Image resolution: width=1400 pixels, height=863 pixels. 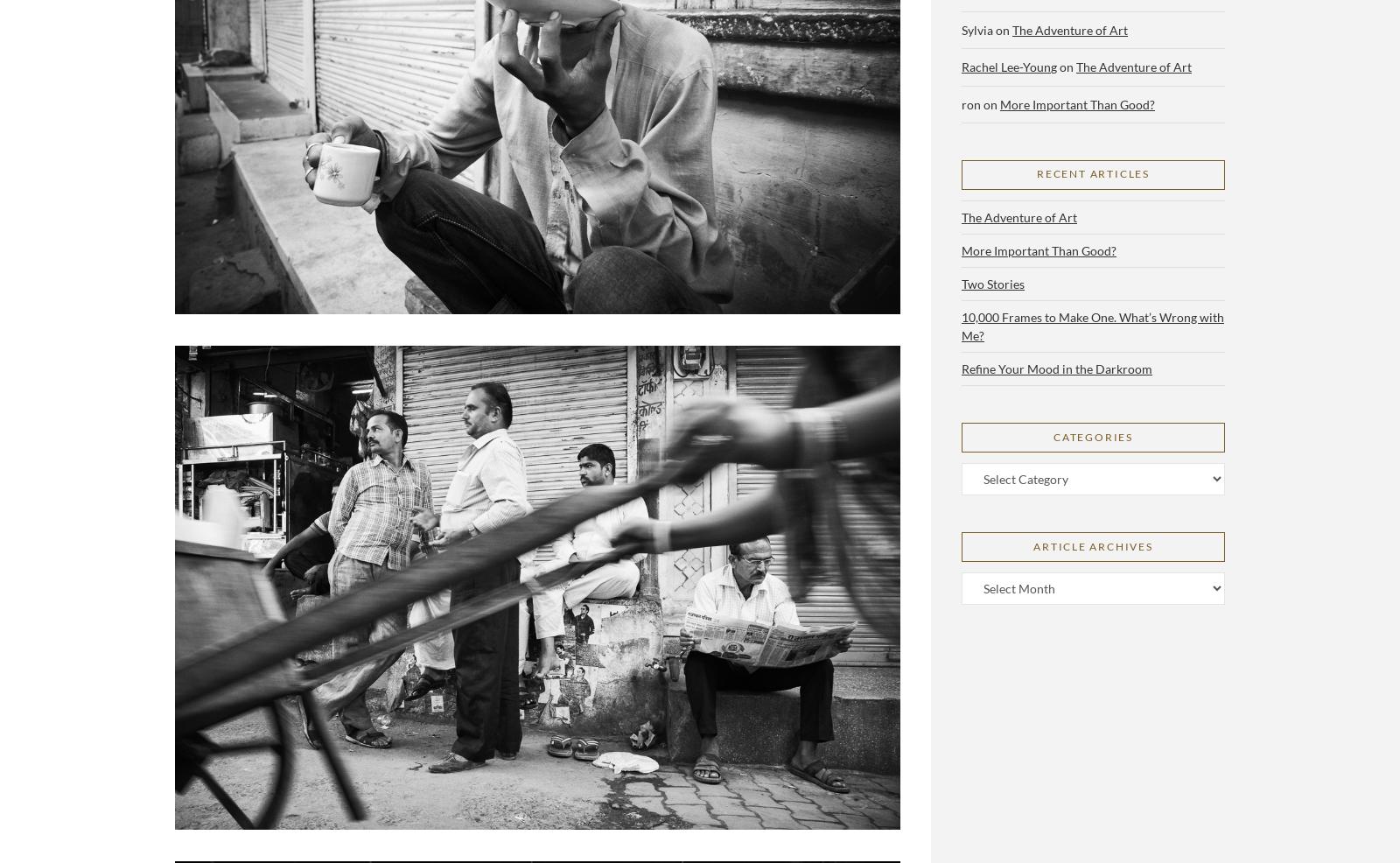 I want to click on 'Categories', so click(x=1091, y=435).